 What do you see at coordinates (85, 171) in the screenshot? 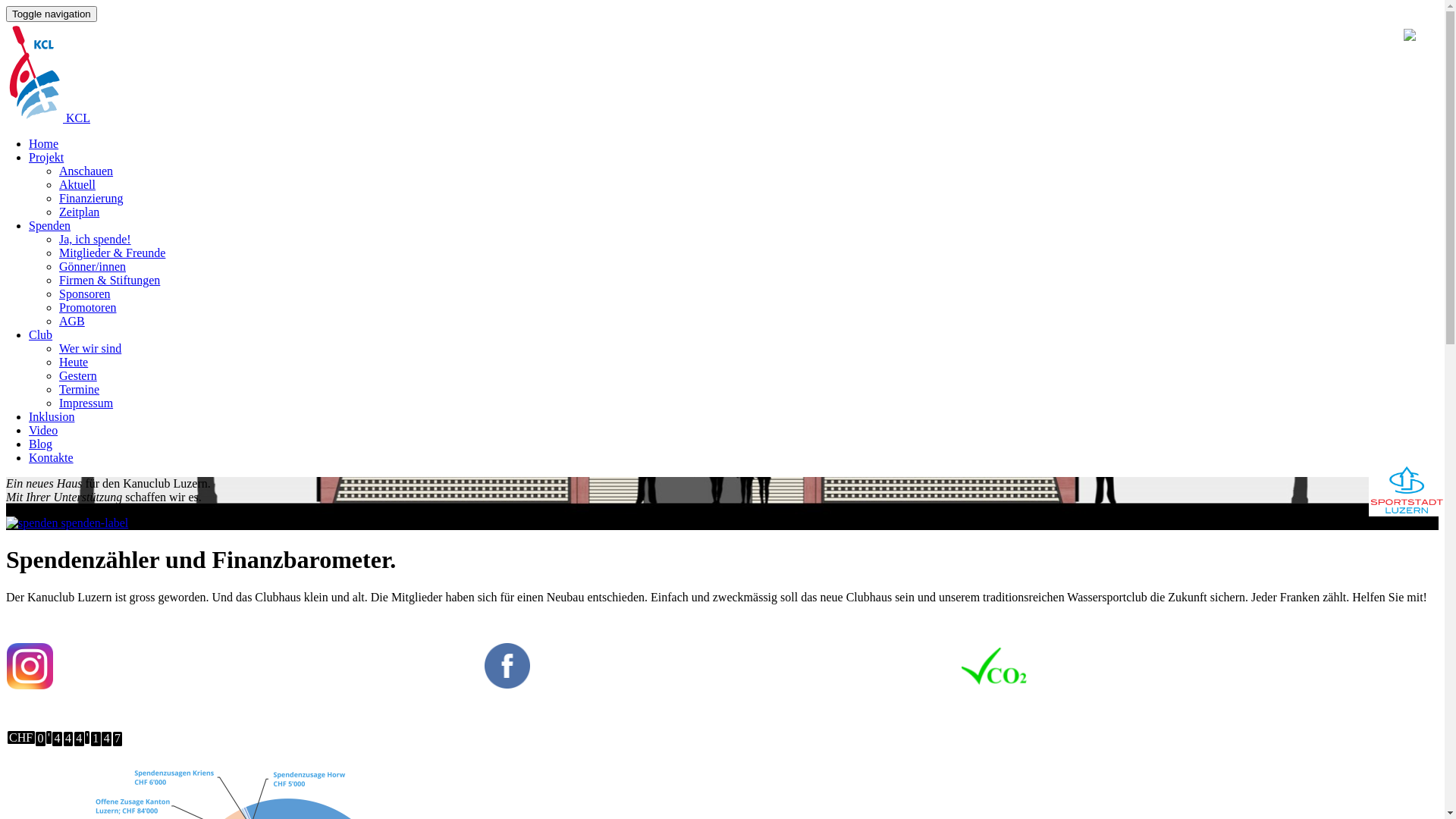
I see `'Anschauen'` at bounding box center [85, 171].